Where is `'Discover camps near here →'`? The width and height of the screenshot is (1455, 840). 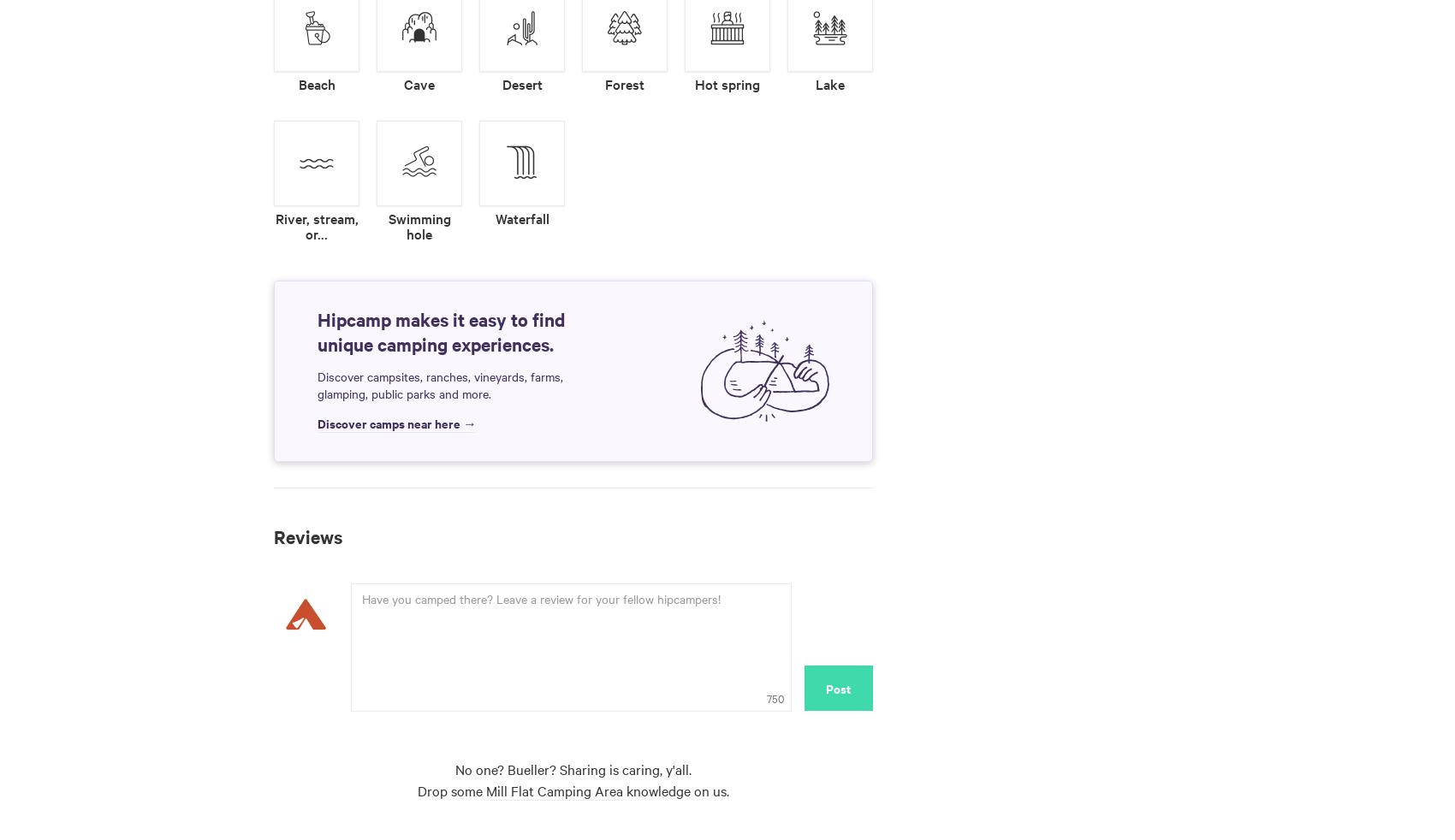
'Discover camps near here →' is located at coordinates (396, 421).